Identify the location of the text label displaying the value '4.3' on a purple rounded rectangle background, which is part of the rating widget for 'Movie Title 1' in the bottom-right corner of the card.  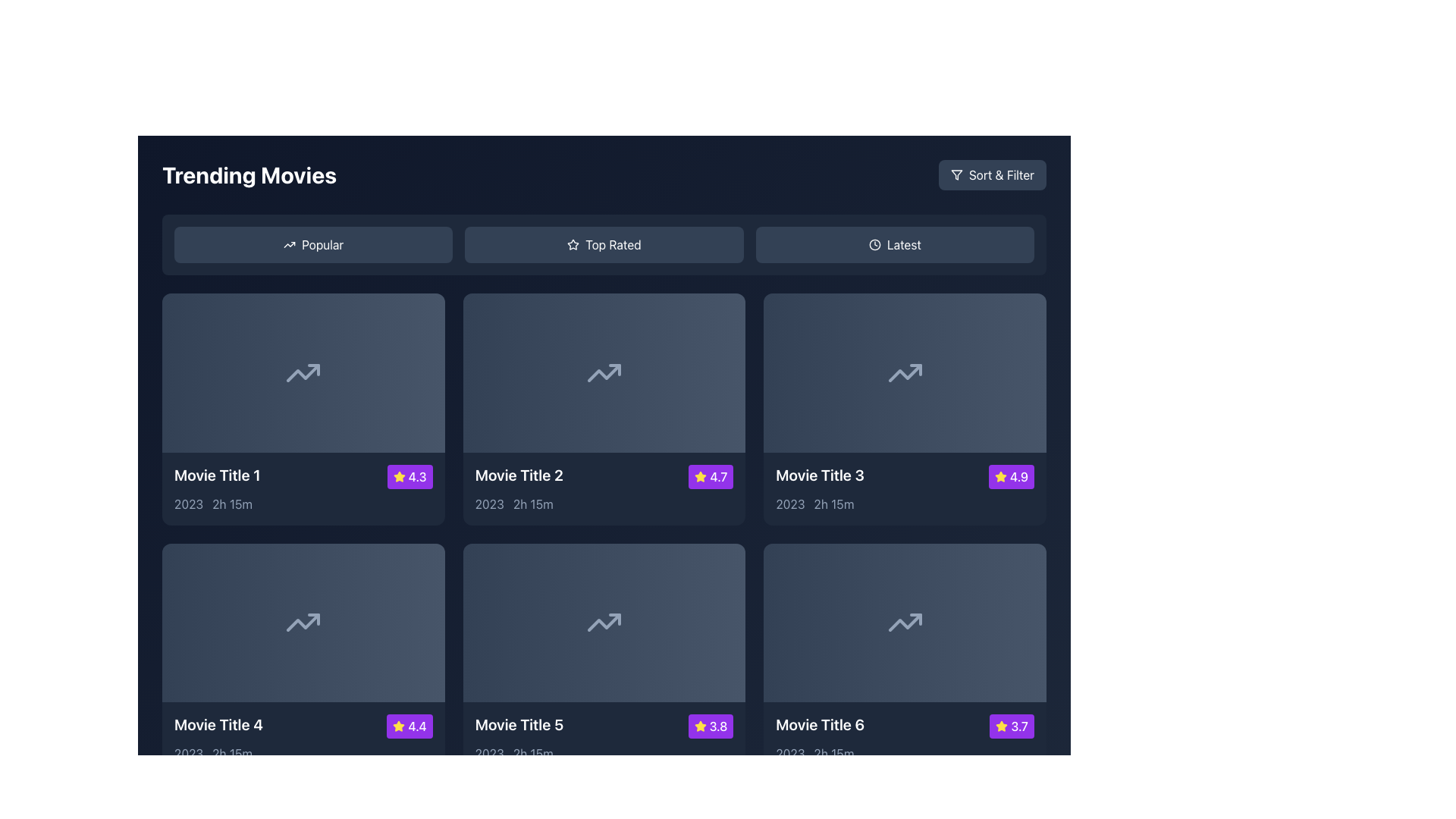
(417, 475).